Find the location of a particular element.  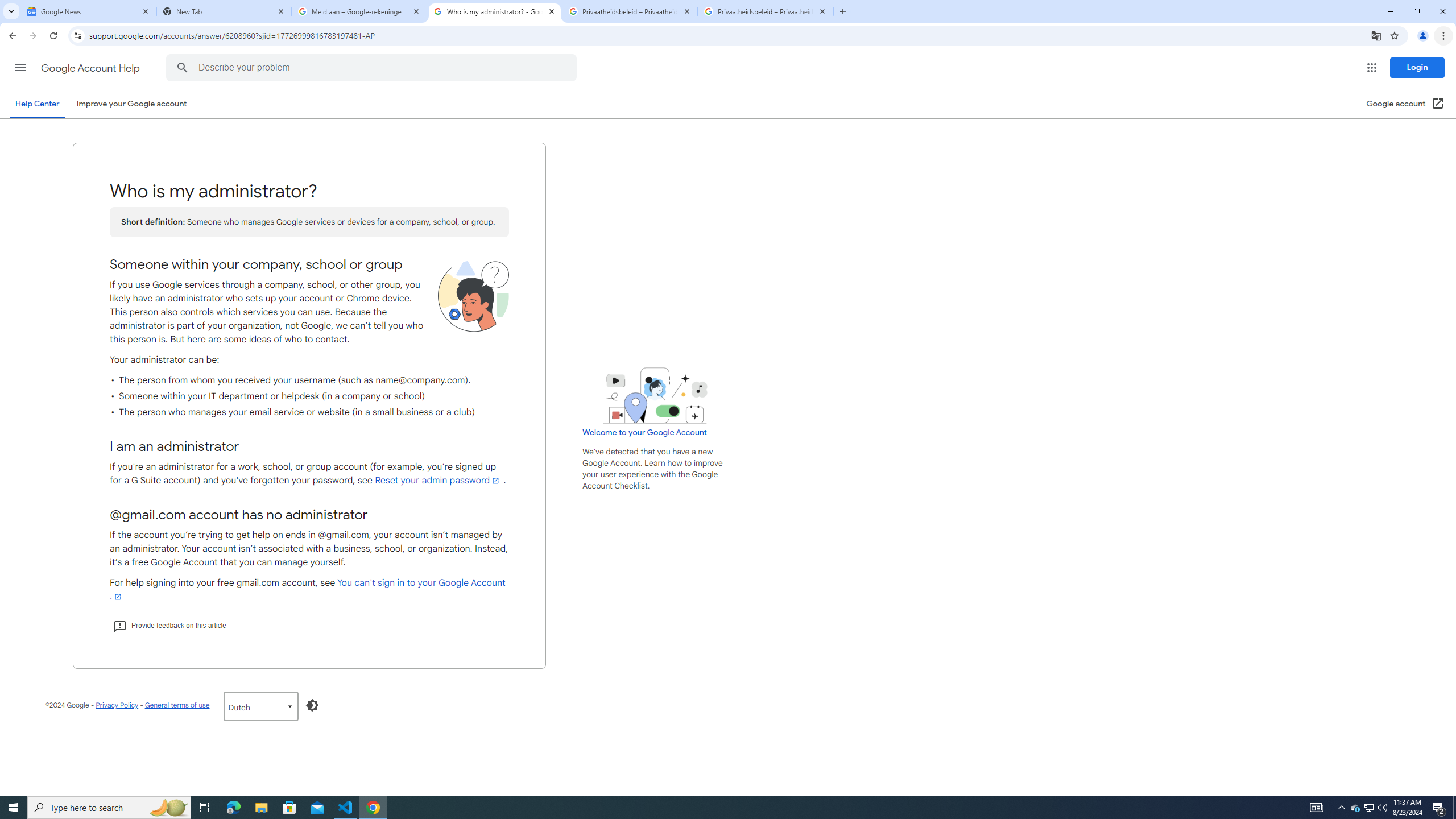

'Provide feedback on this article' is located at coordinates (169, 625).